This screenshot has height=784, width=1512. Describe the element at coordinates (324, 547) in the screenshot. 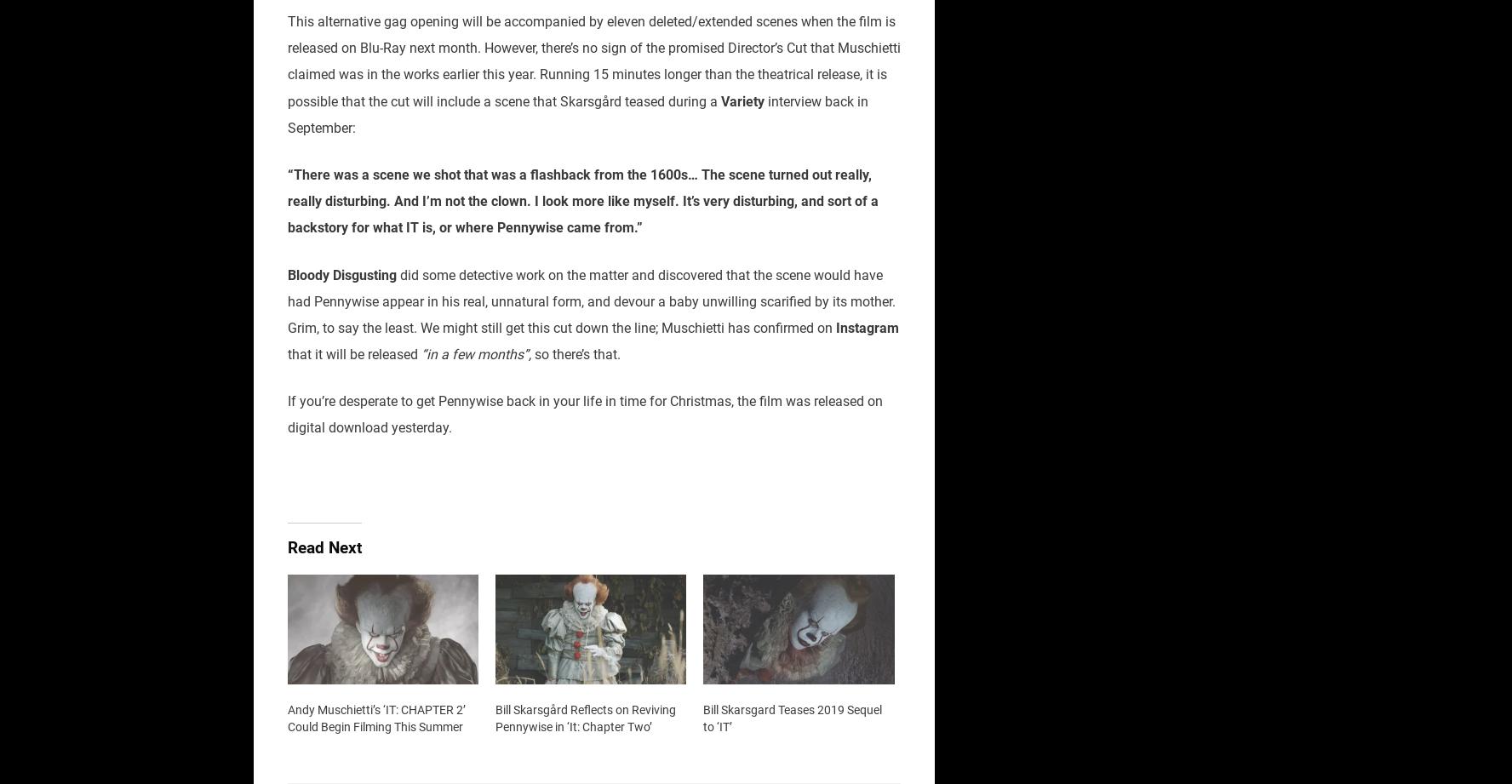

I see `'Read Next'` at that location.